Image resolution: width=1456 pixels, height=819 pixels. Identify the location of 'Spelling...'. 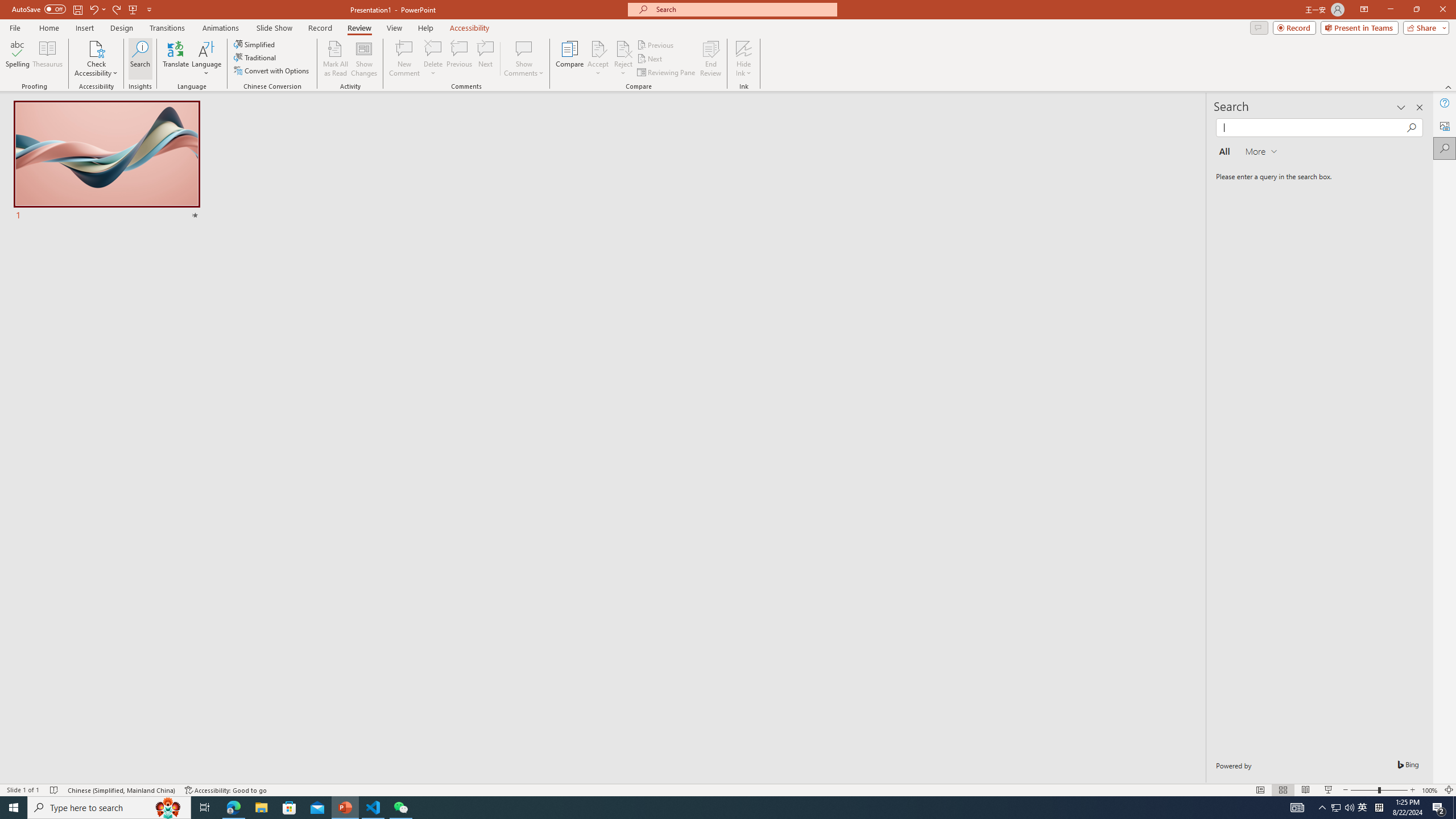
(16, 59).